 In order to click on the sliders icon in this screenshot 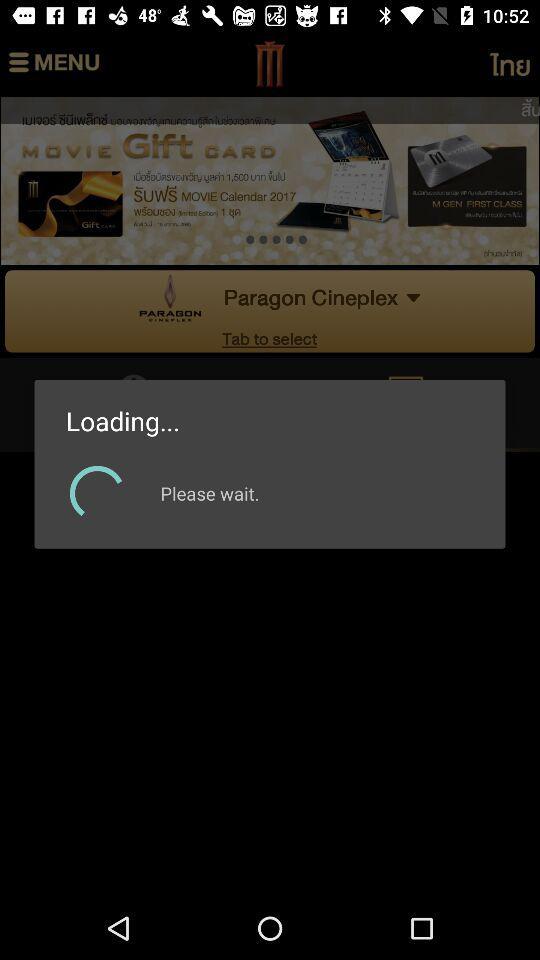, I will do `click(54, 64)`.